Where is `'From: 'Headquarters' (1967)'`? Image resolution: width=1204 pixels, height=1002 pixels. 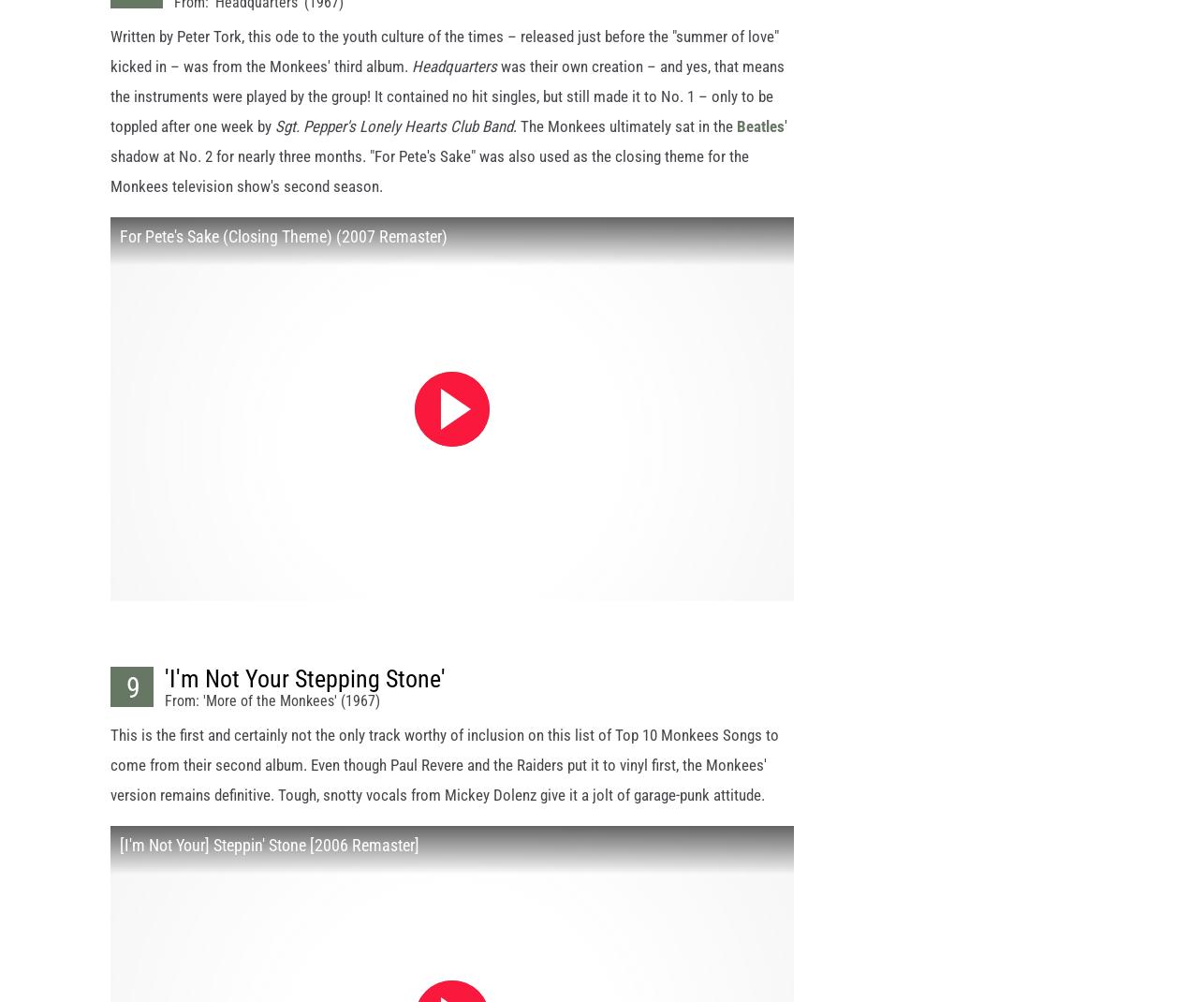 'From: 'Headquarters' (1967)' is located at coordinates (258, 18).